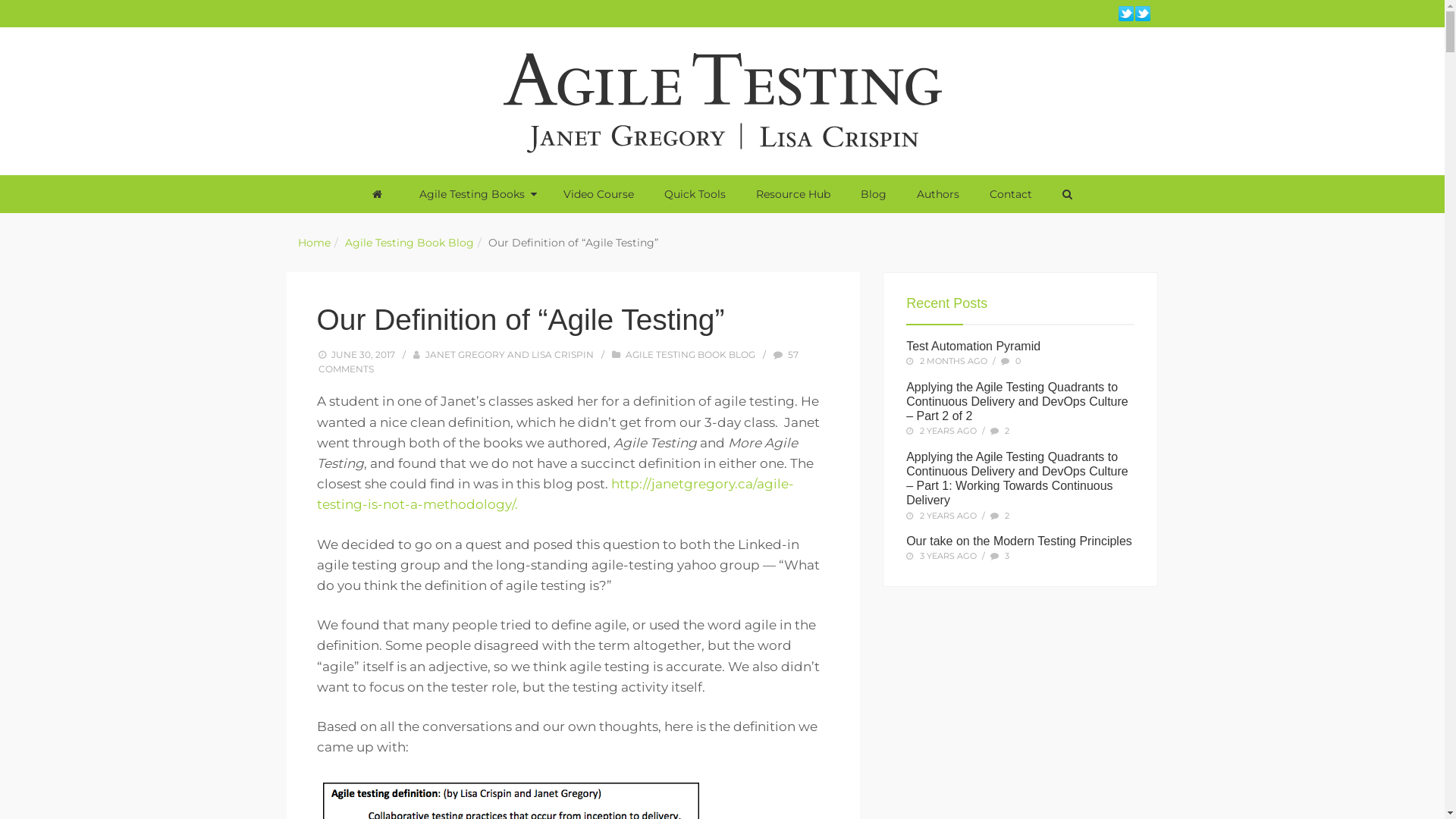 The image size is (1456, 819). Describe the element at coordinates (1018, 360) in the screenshot. I see `'0'` at that location.